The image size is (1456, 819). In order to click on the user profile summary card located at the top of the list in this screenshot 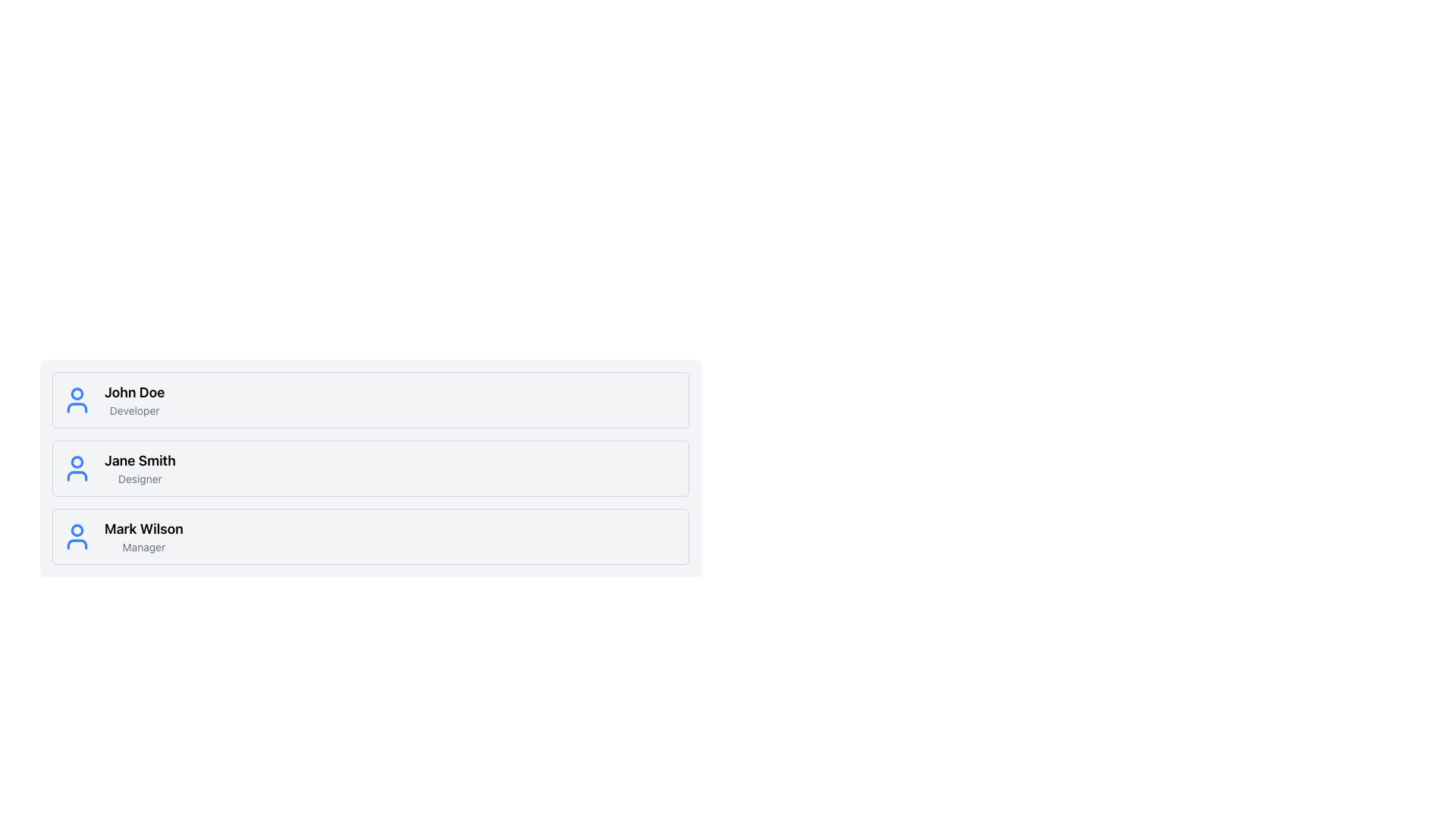, I will do `click(371, 400)`.